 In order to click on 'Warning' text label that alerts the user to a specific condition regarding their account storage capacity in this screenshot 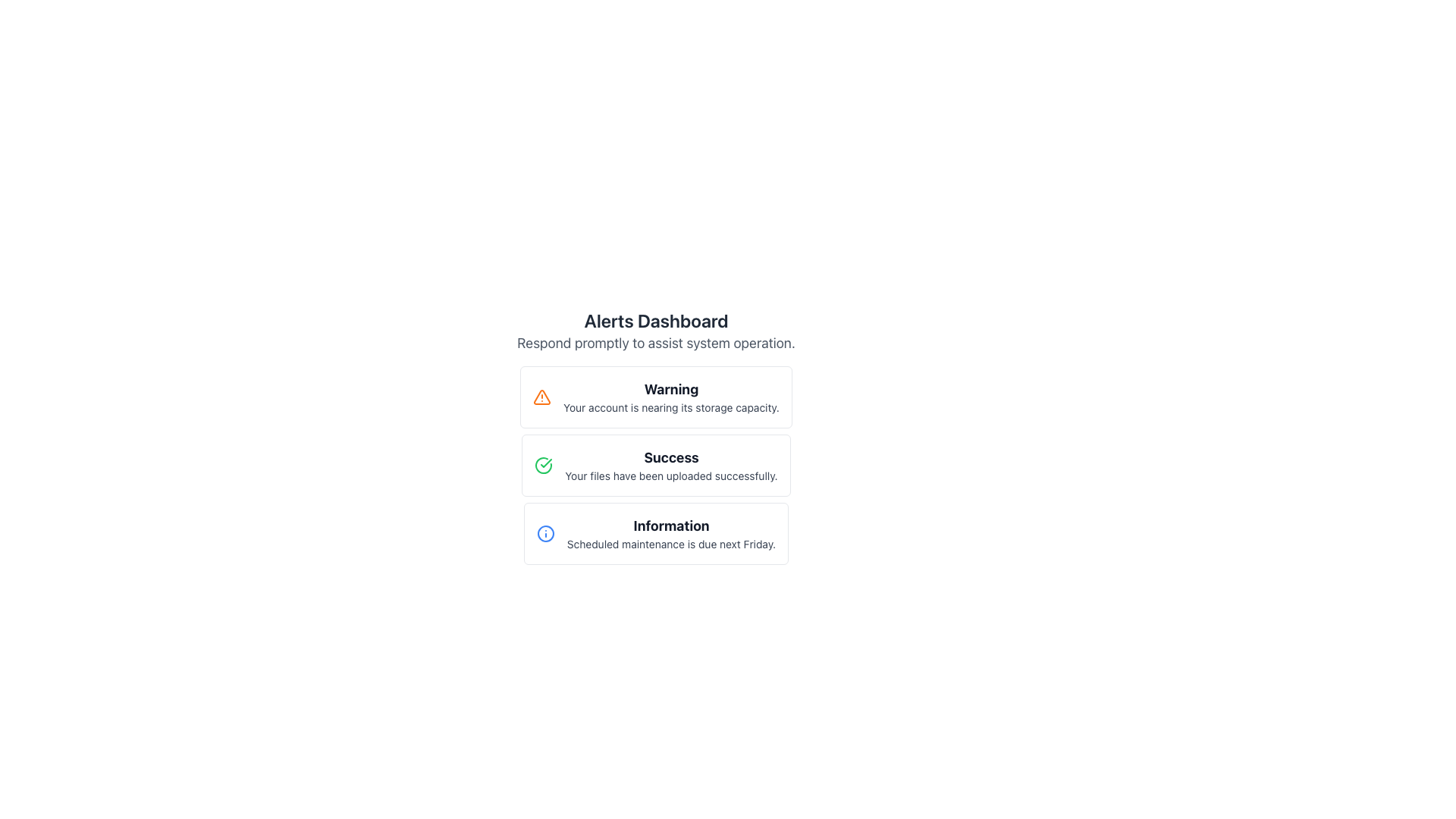, I will do `click(670, 388)`.